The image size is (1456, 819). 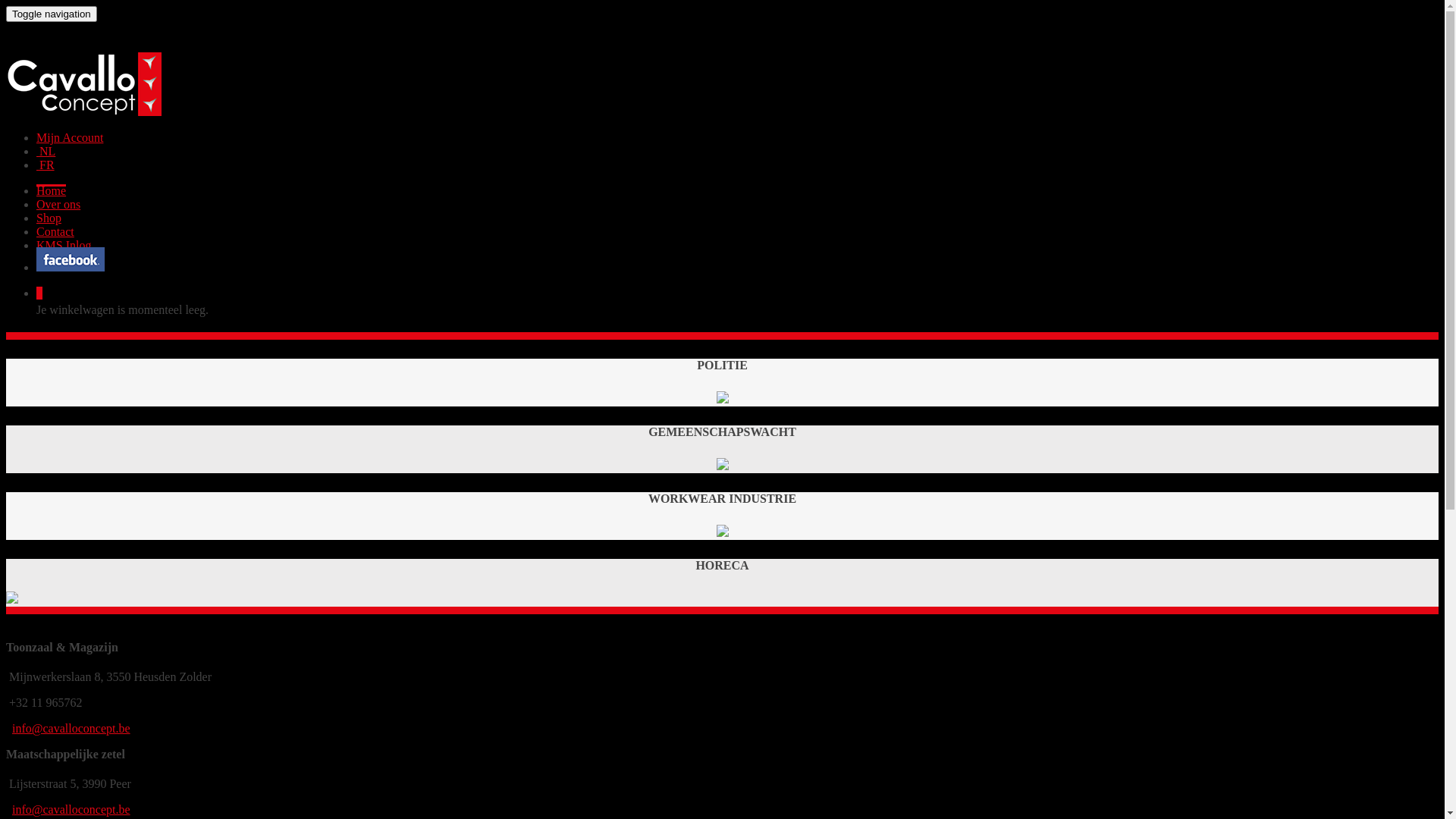 I want to click on 'Home', so click(x=36, y=190).